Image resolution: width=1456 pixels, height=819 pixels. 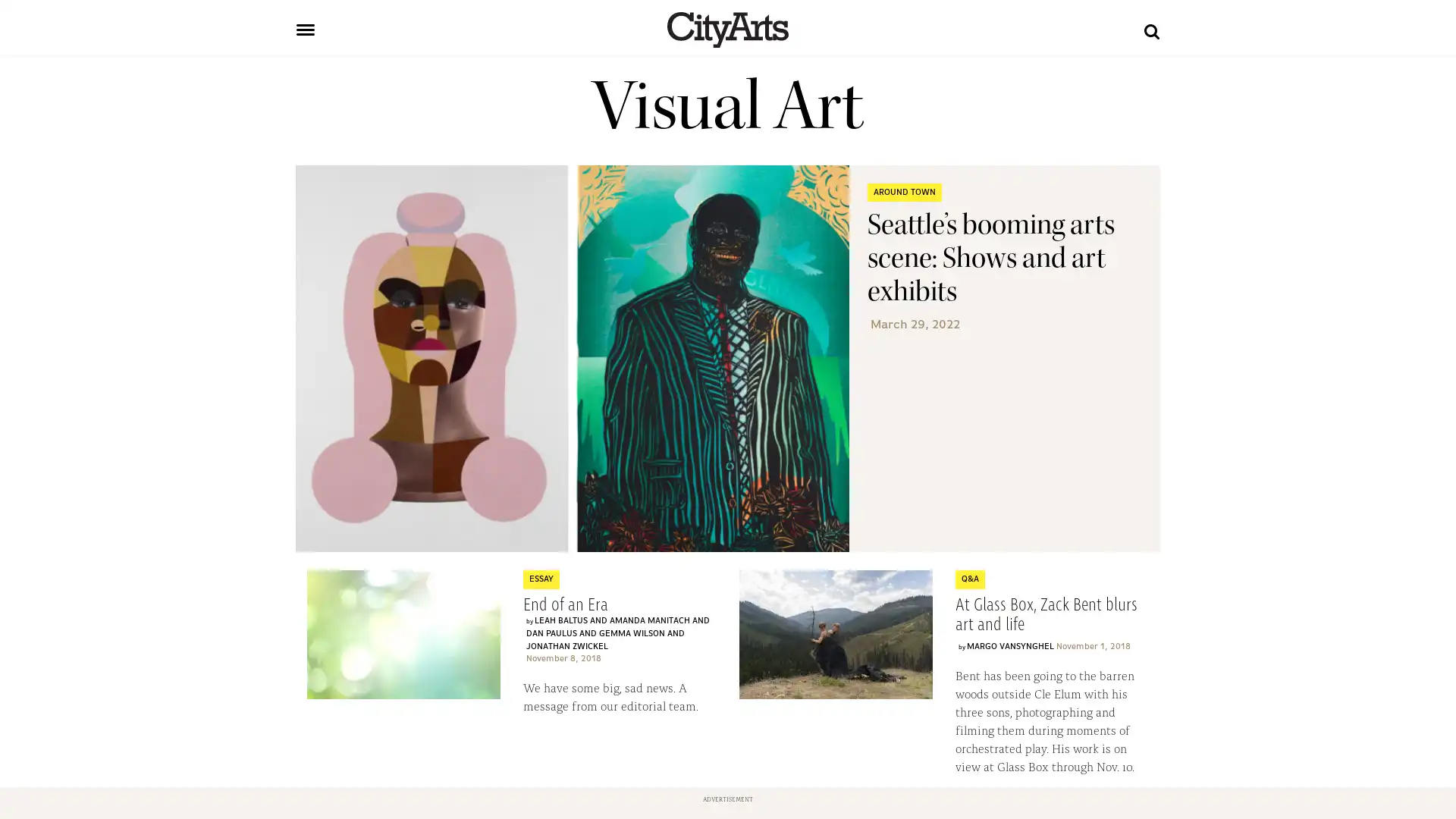 What do you see at coordinates (305, 30) in the screenshot?
I see `Toggle navigation` at bounding box center [305, 30].